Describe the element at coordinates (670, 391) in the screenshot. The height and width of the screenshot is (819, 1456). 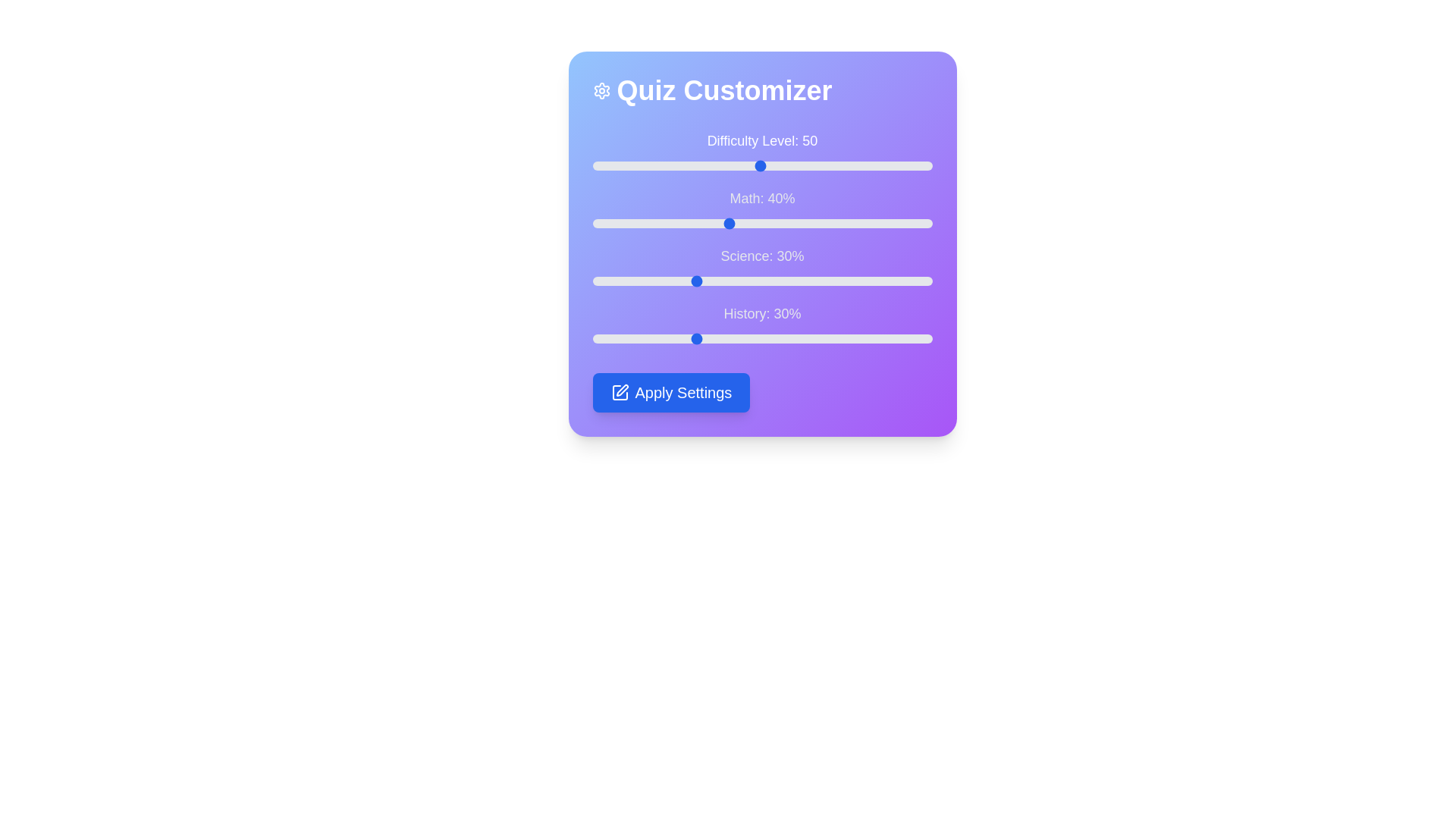
I see `the 'Apply Settings' button to observe its hover effect` at that location.